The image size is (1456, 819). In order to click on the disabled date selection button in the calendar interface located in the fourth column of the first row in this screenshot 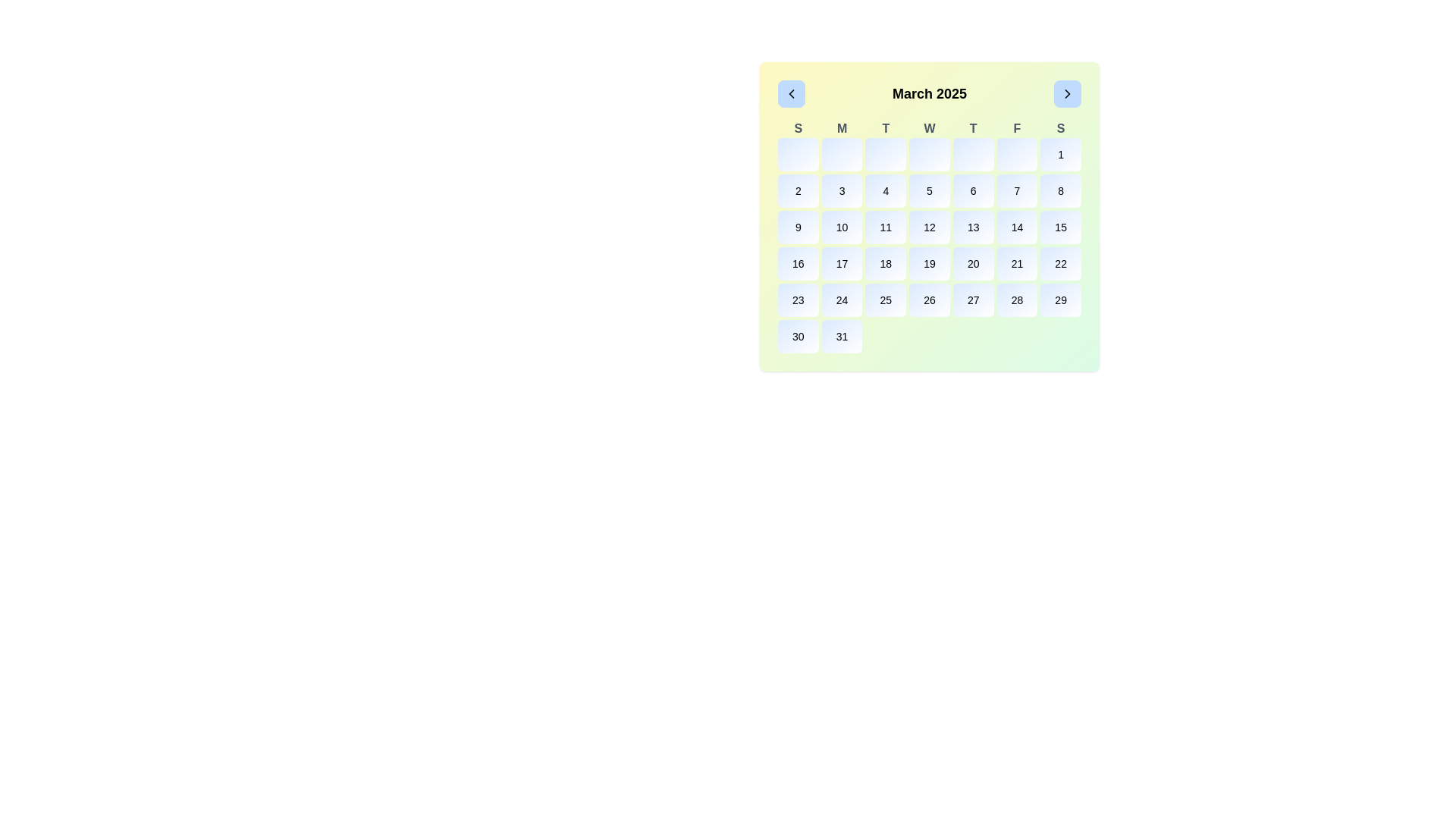, I will do `click(928, 155)`.